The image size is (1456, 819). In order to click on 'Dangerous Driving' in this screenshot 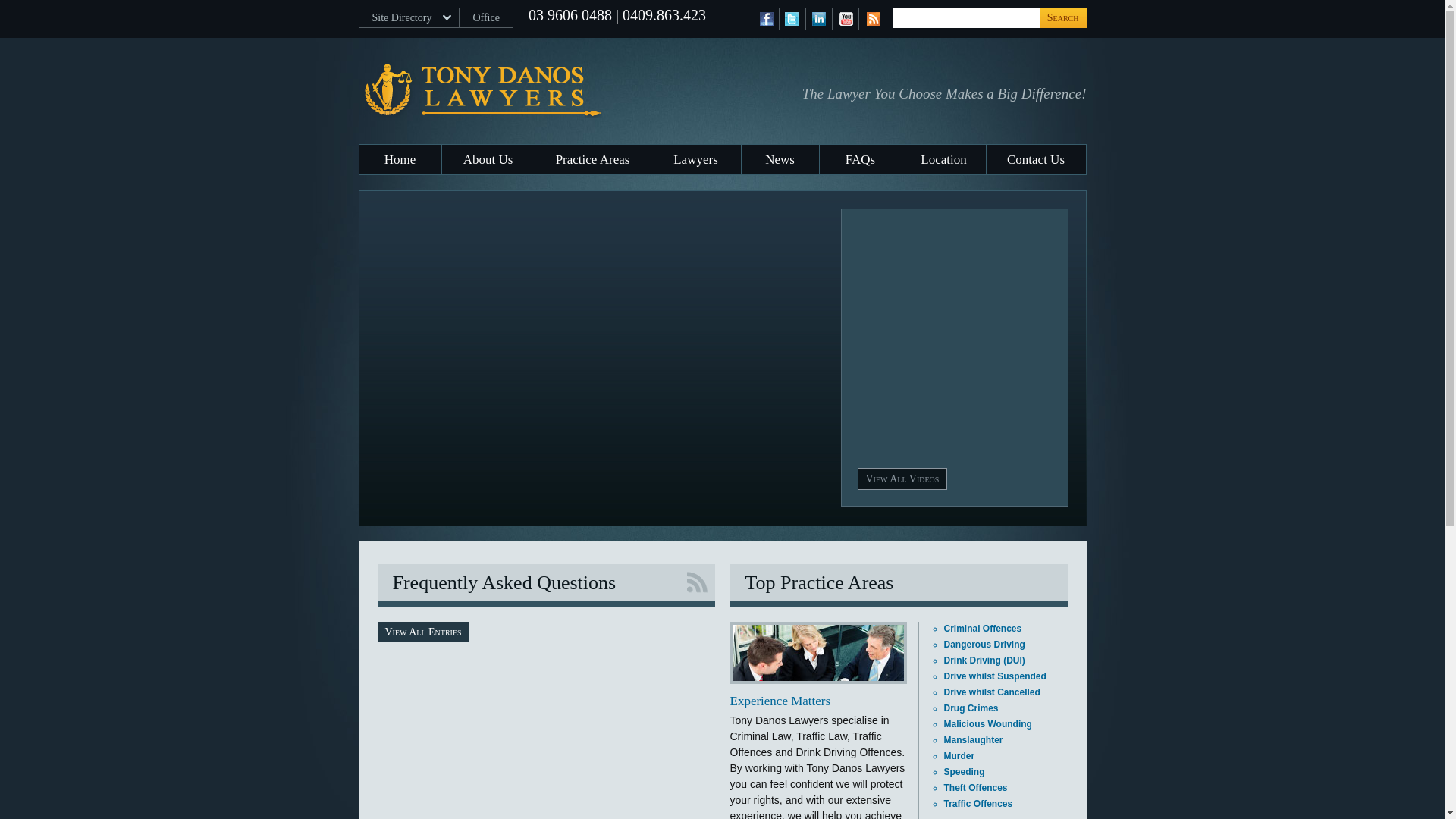, I will do `click(984, 644)`.